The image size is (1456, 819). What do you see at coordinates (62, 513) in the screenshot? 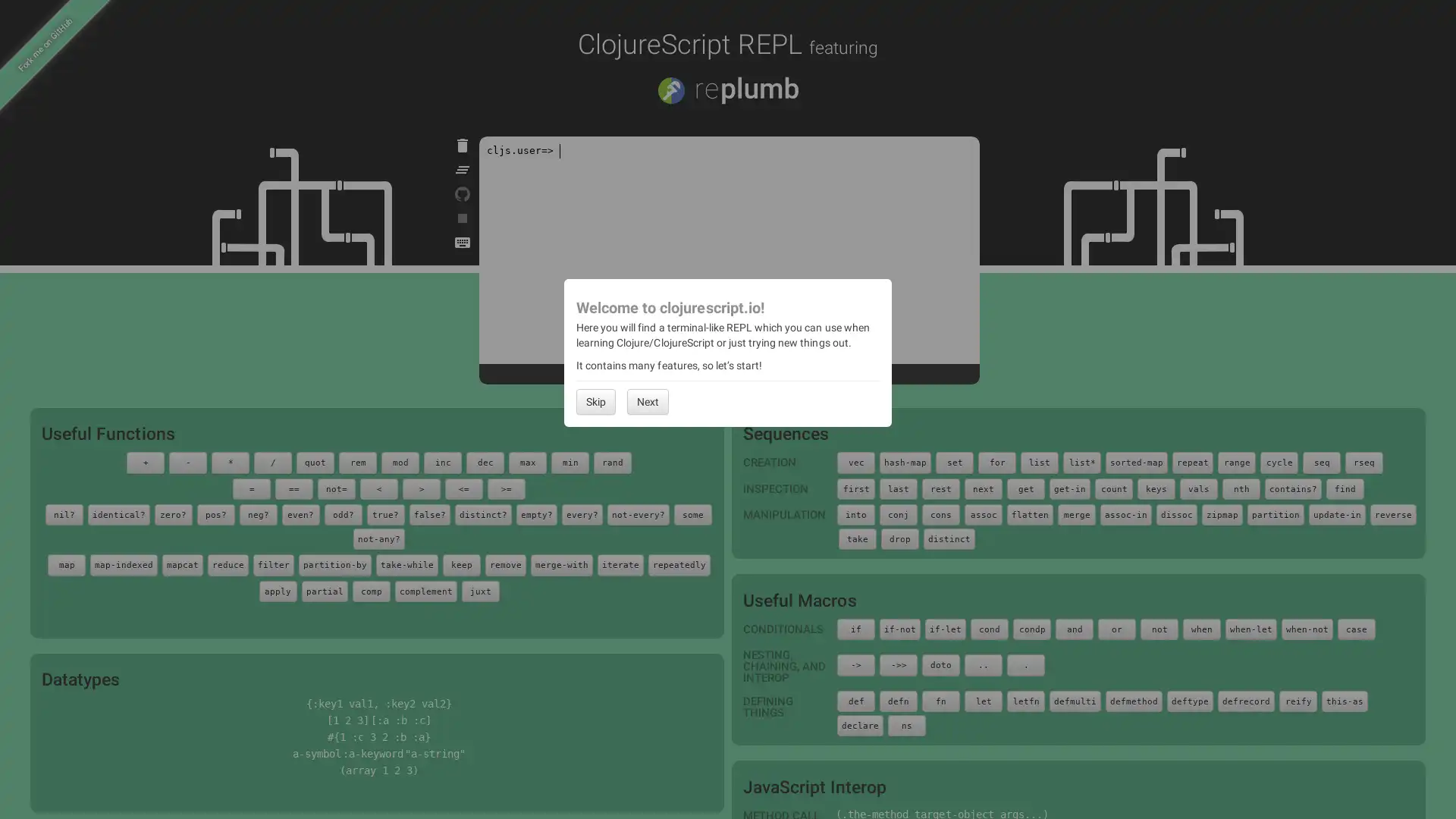
I see `nil?` at bounding box center [62, 513].